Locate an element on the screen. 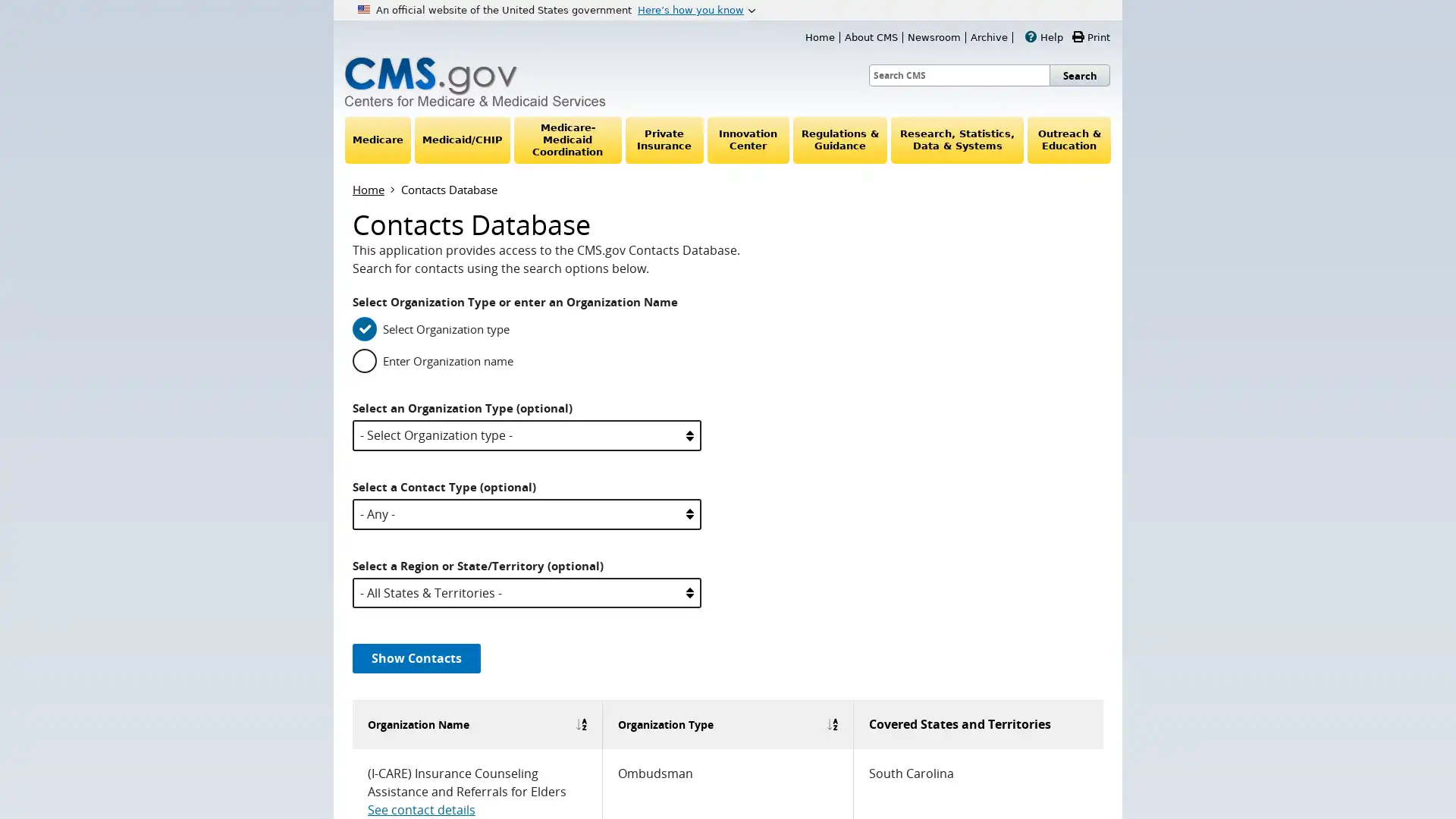 The width and height of the screenshot is (1456, 819). Show Contacts is located at coordinates (416, 657).